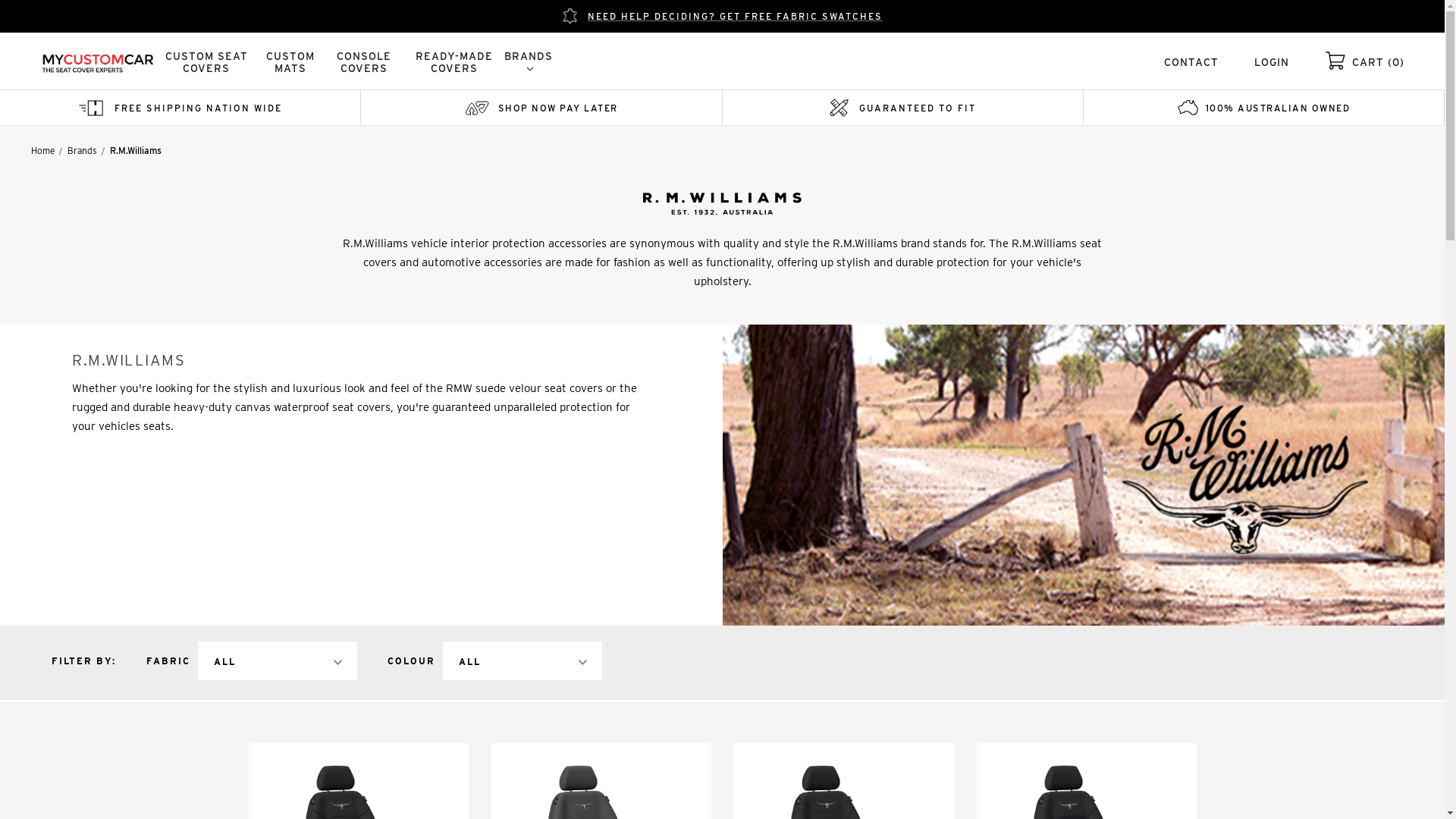 The height and width of the screenshot is (819, 1456). I want to click on 'LOGIN', so click(1271, 61).